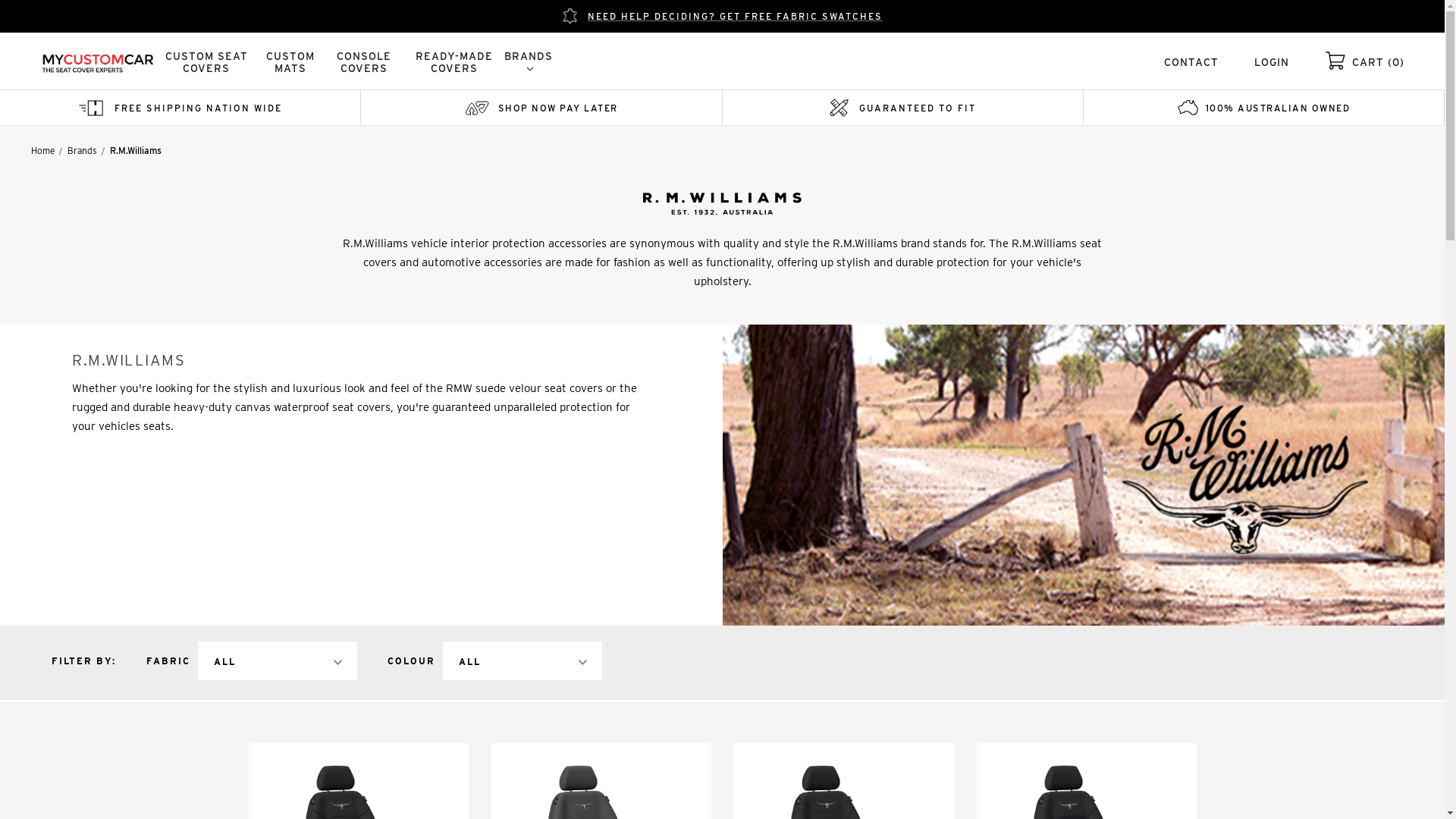 The height and width of the screenshot is (819, 1456). I want to click on 'LOGIN', so click(1271, 61).